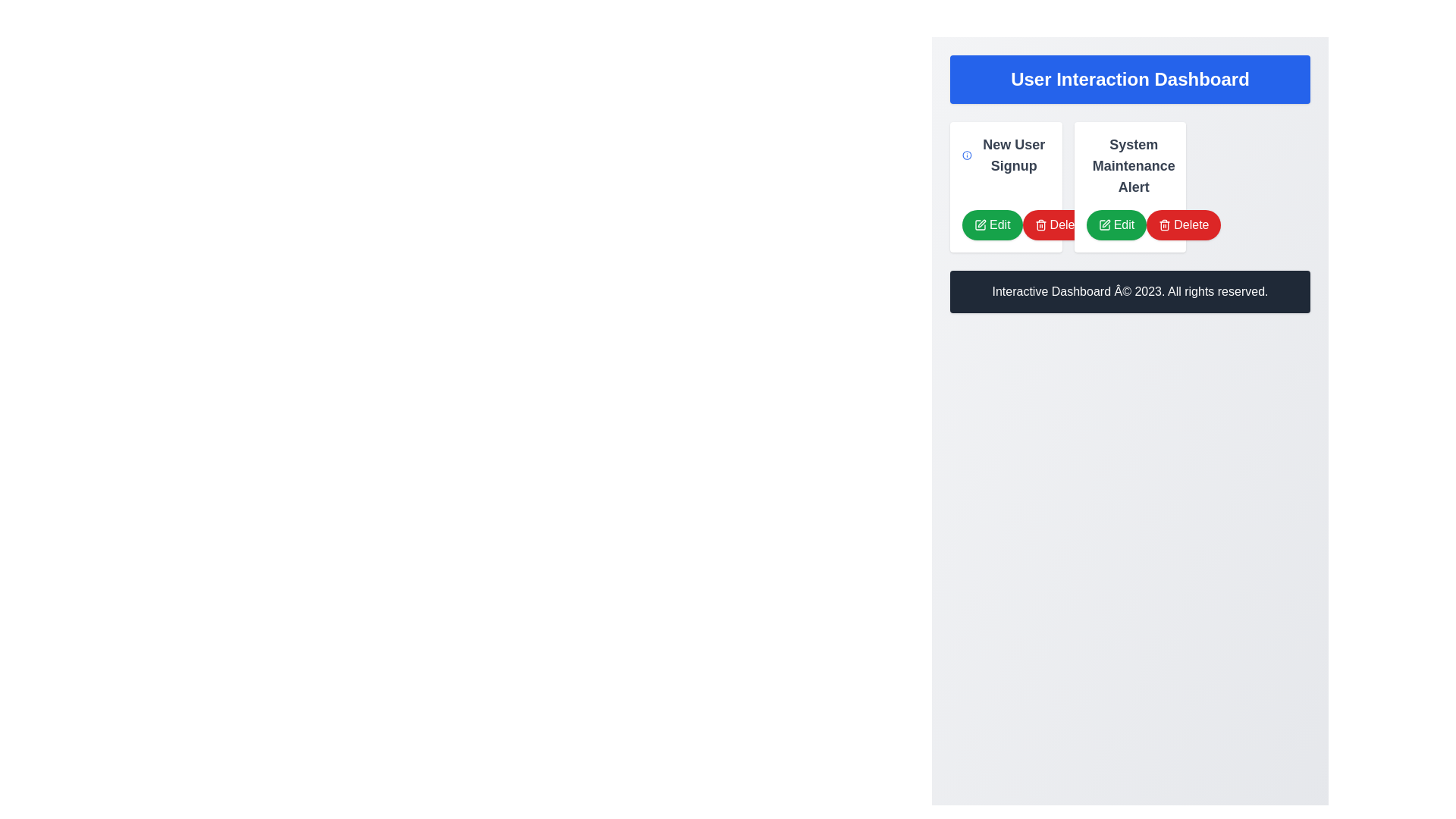 Image resolution: width=1456 pixels, height=819 pixels. What do you see at coordinates (1006, 225) in the screenshot?
I see `the edit button located under the 'New User Signup' section of the 'User Interaction Dashboard' to initiate the process of editing the associated item's information or settings` at bounding box center [1006, 225].